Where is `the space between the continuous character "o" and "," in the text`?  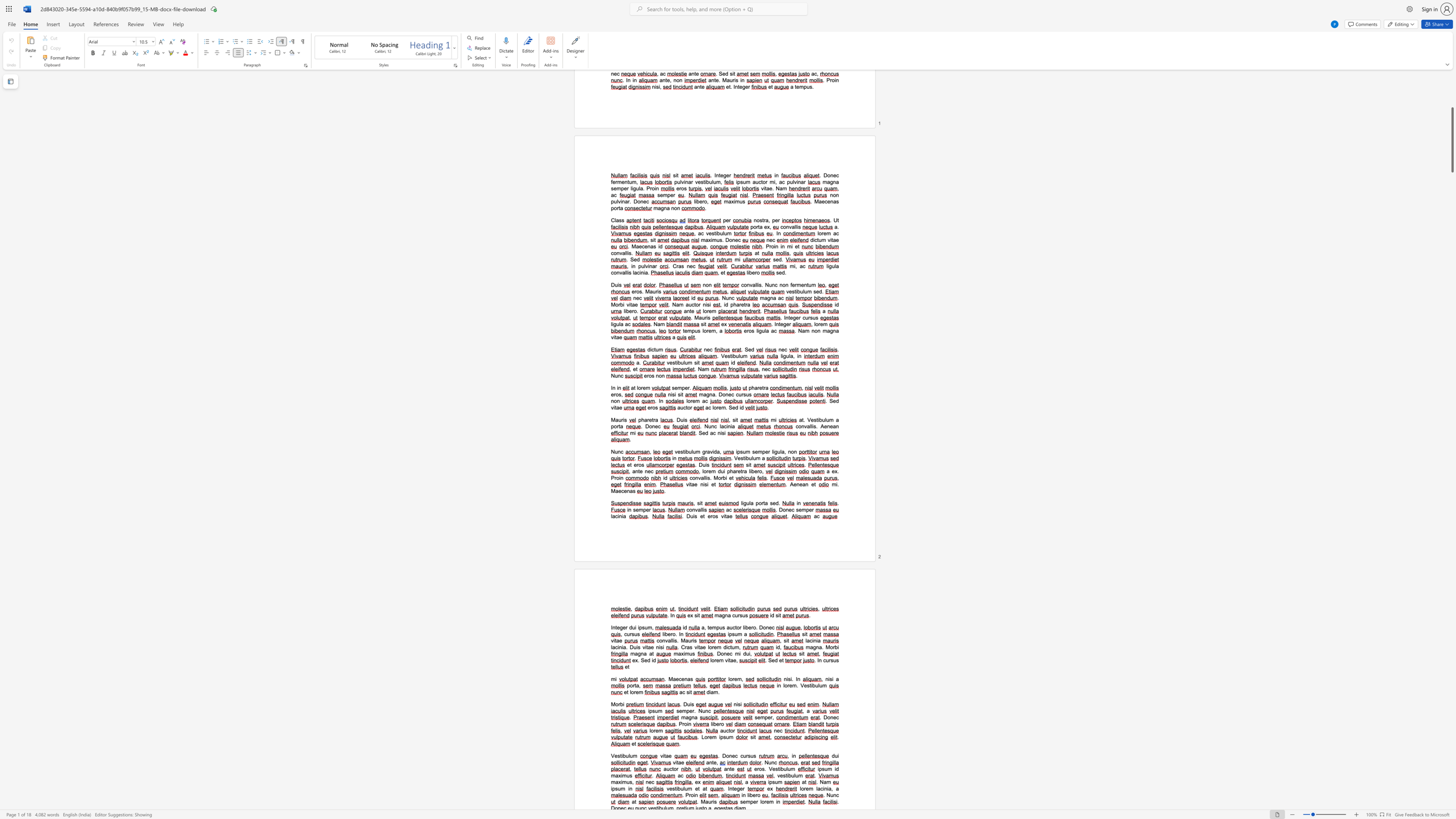 the space between the continuous character "o" and "," in the text is located at coordinates (761, 471).